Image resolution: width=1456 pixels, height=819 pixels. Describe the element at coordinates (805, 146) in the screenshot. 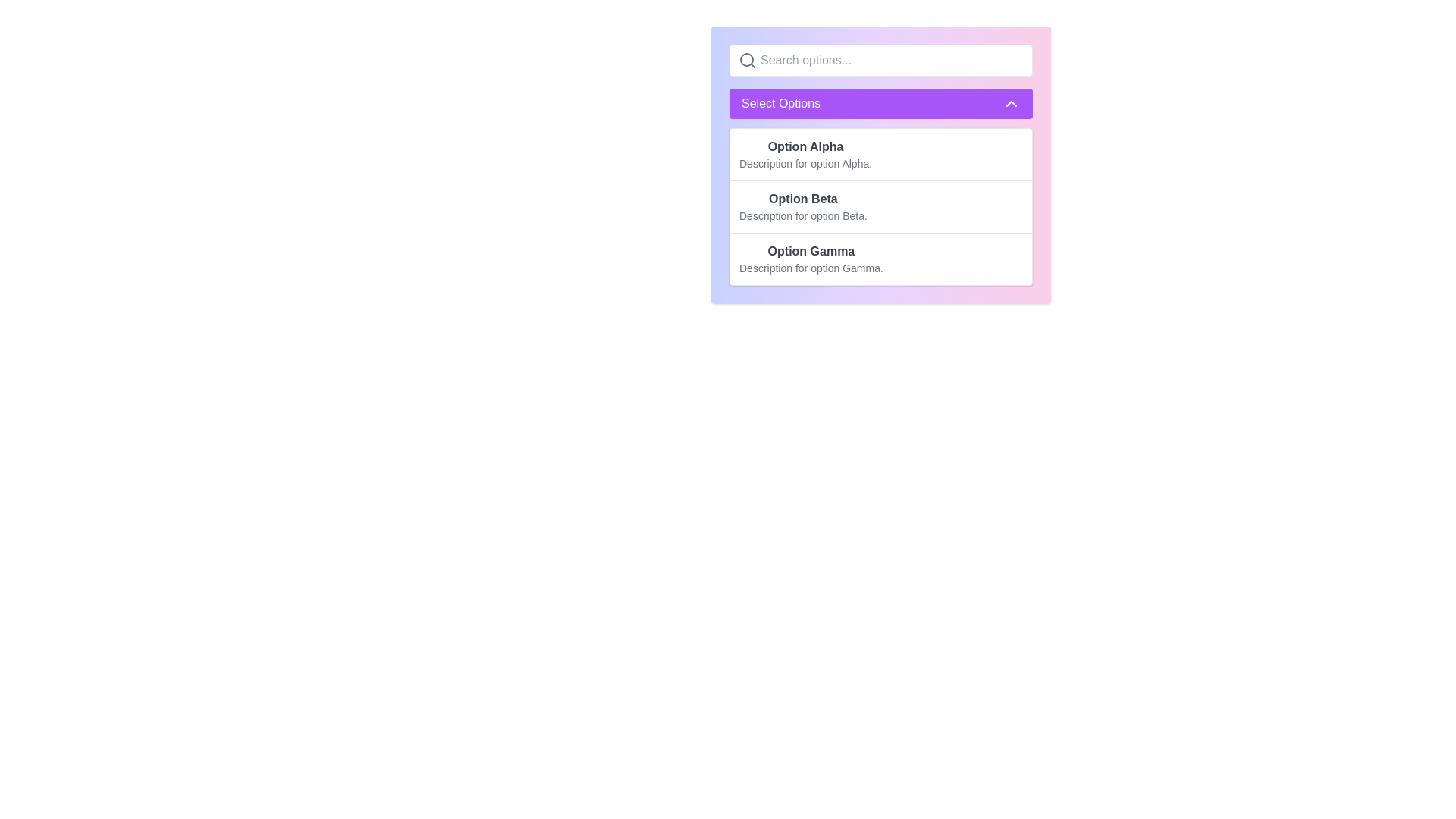

I see `the bold text label 'Option Alpha' in the dropdown list, which is styled with a darker font color and located above its description text, indicating a selectable item` at that location.